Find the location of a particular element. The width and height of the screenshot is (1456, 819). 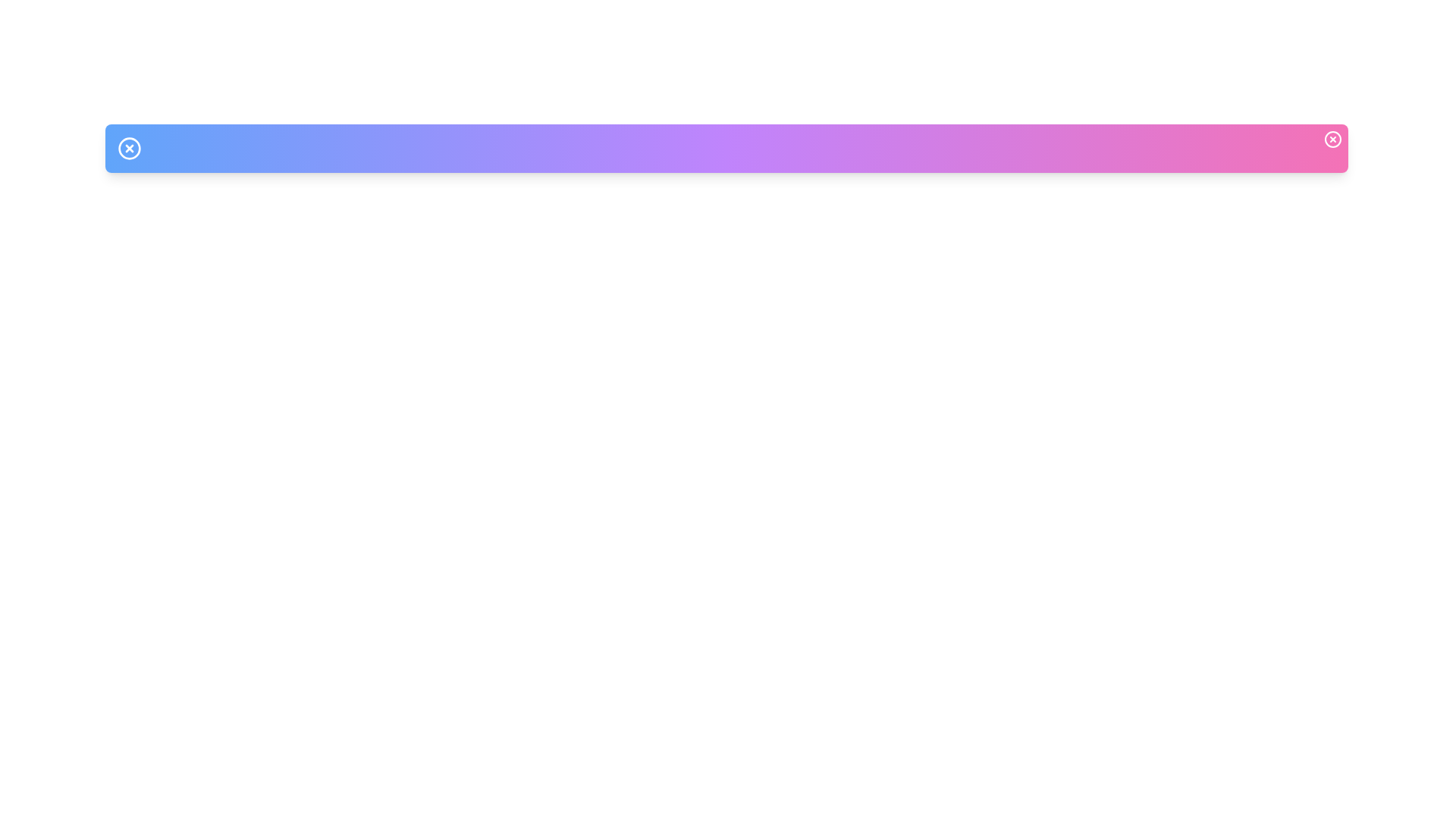

the circular outline icon located in the top-right corner of the main layout bar is located at coordinates (1332, 140).